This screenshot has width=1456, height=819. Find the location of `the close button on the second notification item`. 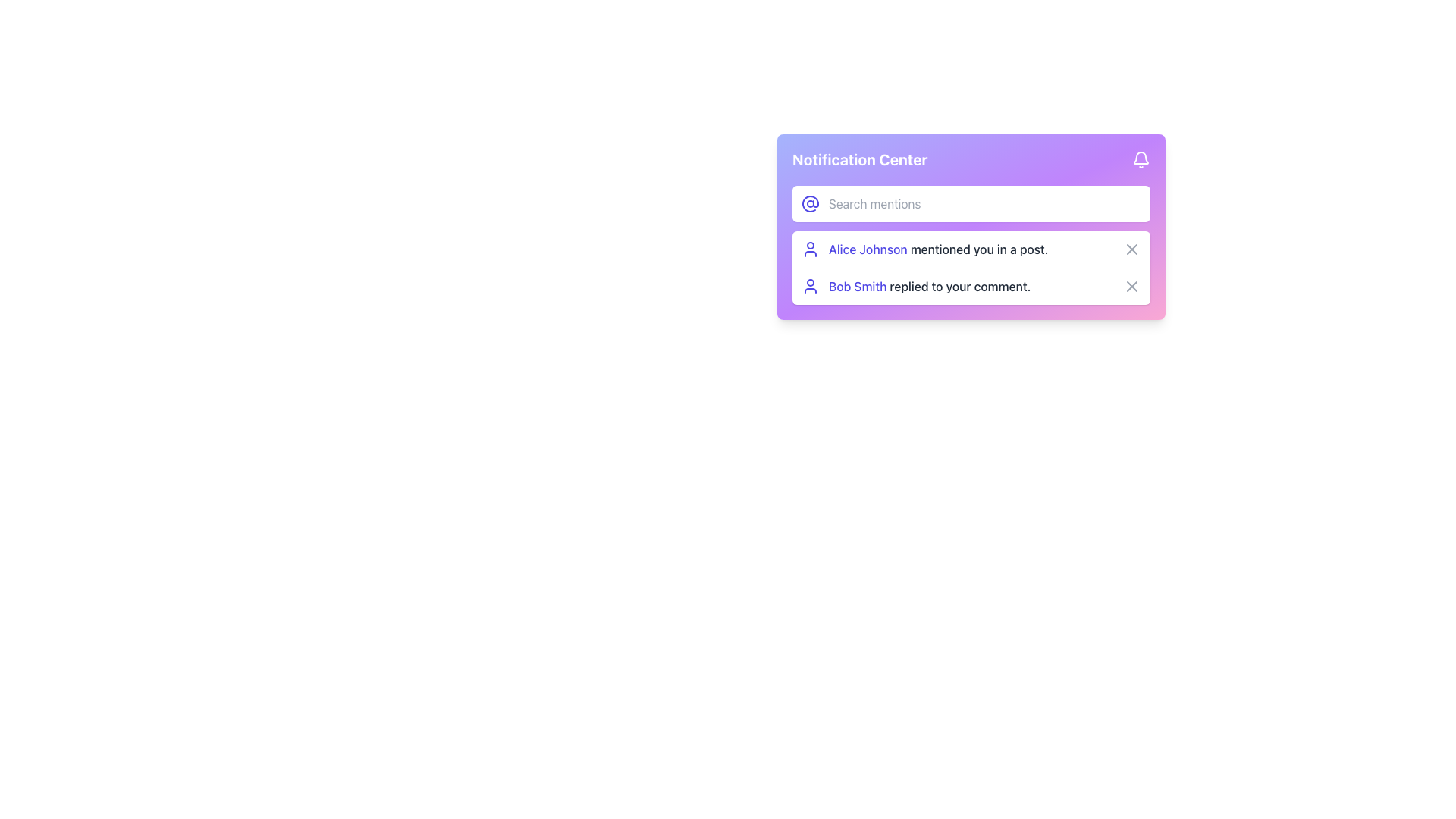

the close button on the second notification item is located at coordinates (1131, 248).